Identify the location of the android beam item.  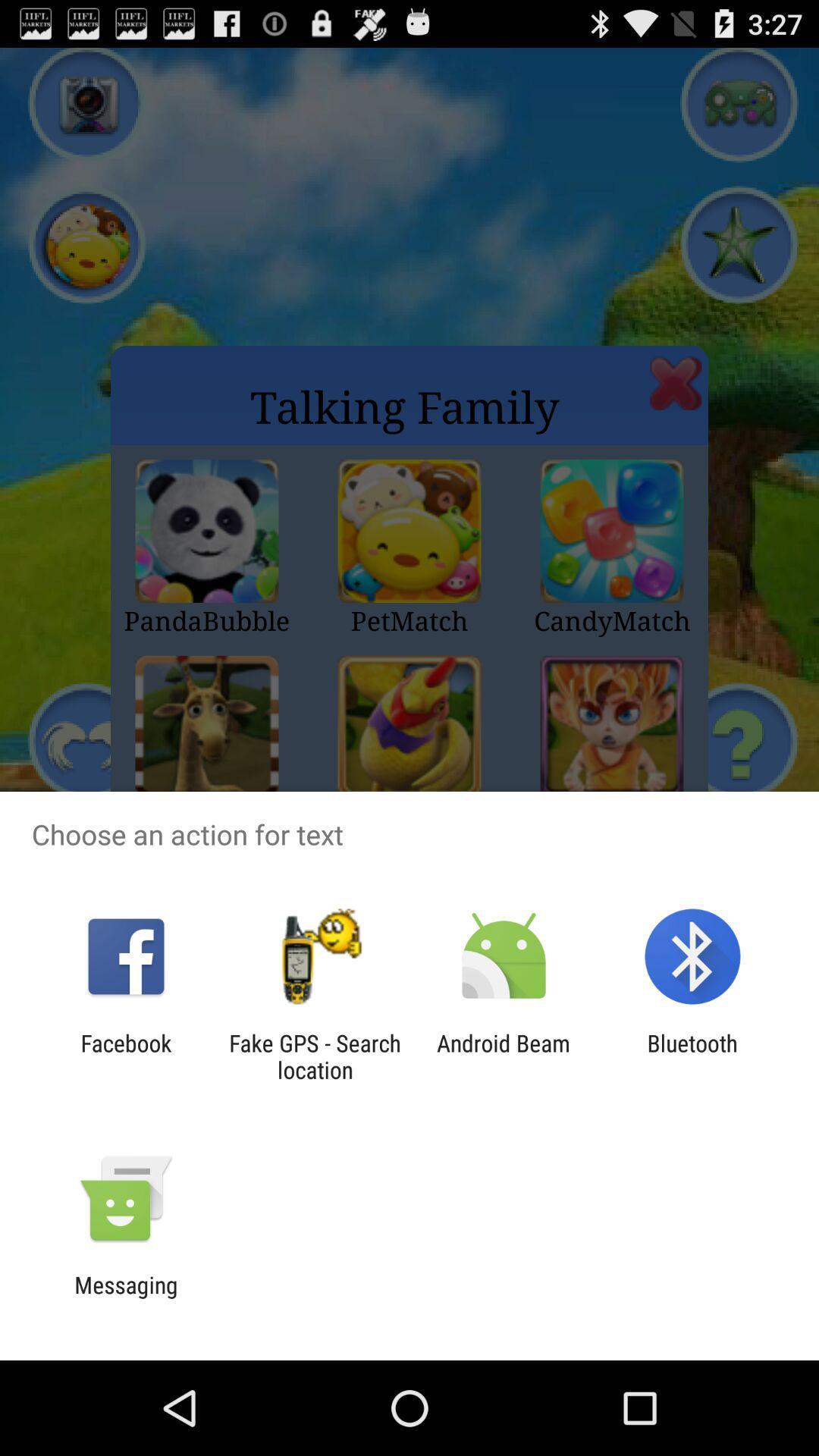
(504, 1056).